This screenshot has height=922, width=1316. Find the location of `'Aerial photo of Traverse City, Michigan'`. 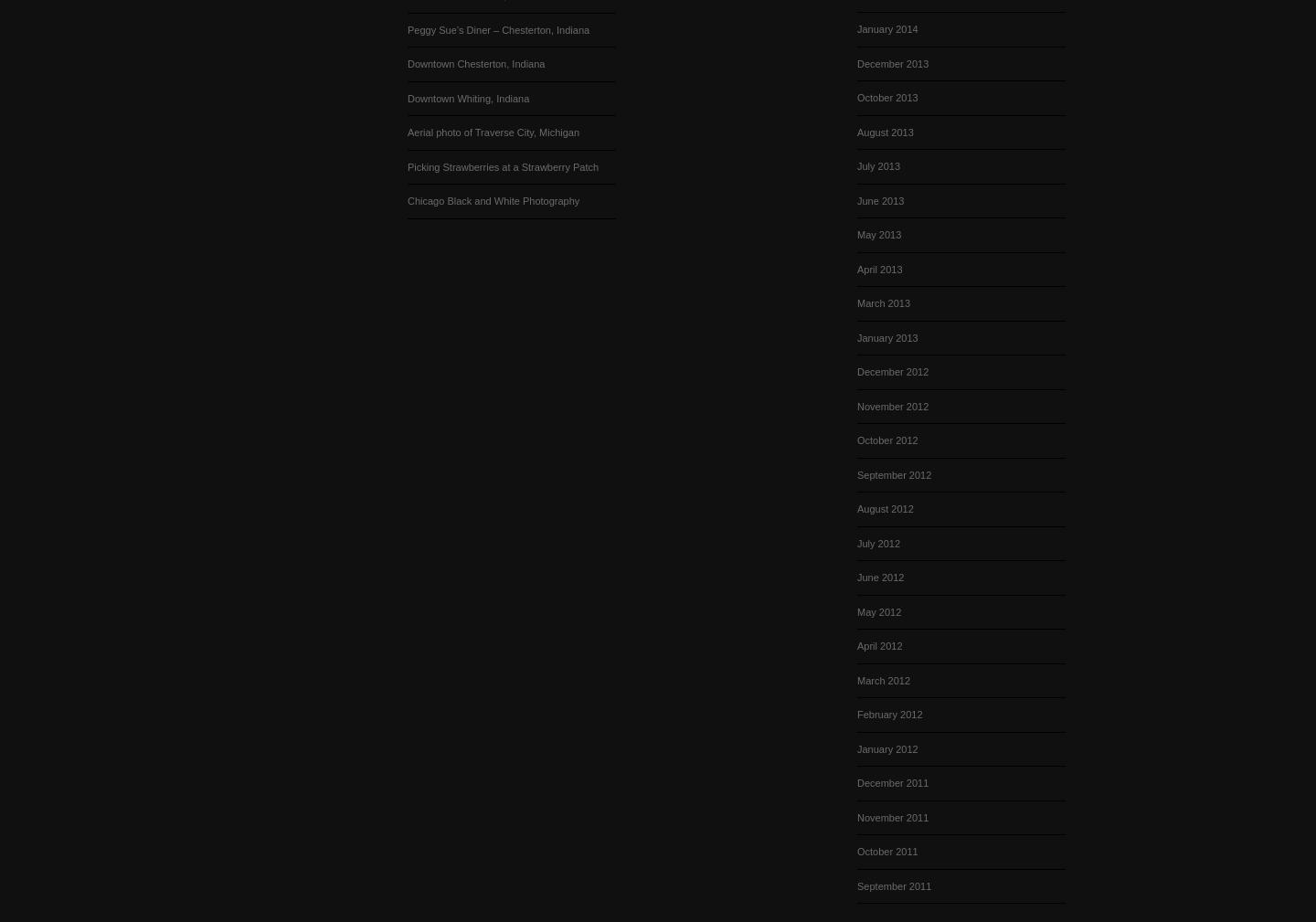

'Aerial photo of Traverse City, Michigan' is located at coordinates (493, 131).